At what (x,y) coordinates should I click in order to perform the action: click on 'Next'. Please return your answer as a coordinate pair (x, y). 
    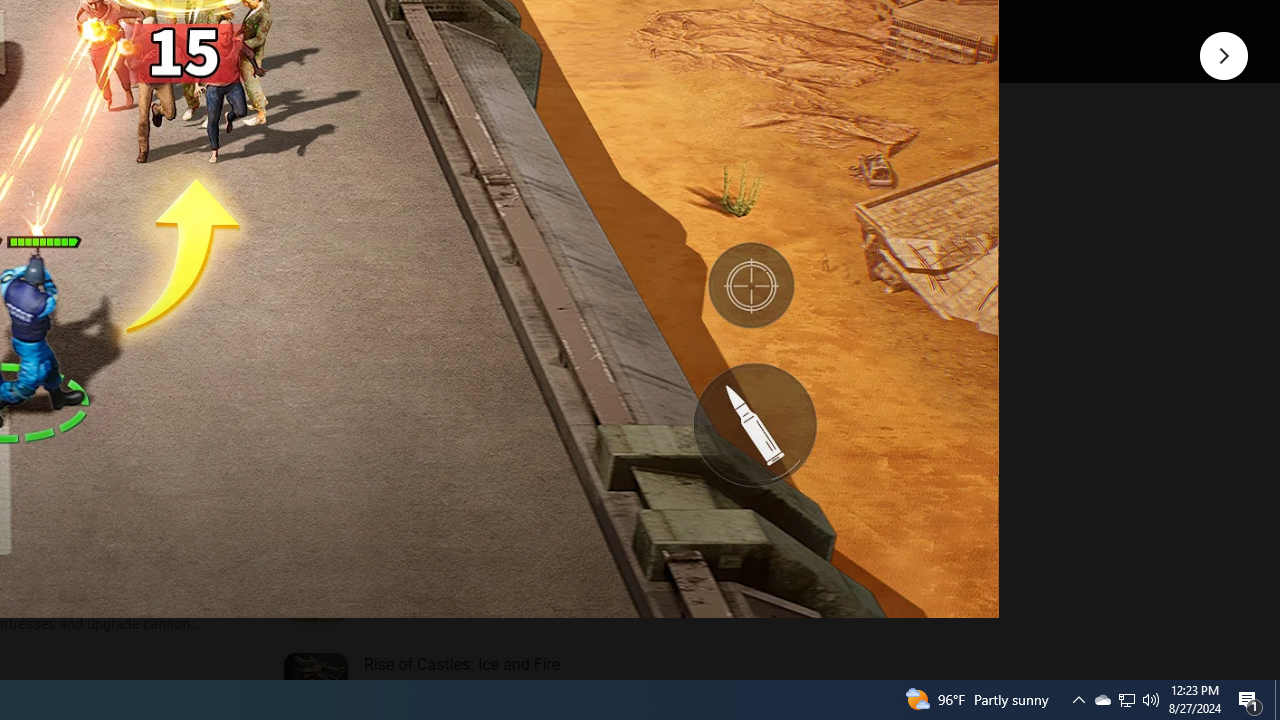
    Looking at the image, I should click on (1223, 54).